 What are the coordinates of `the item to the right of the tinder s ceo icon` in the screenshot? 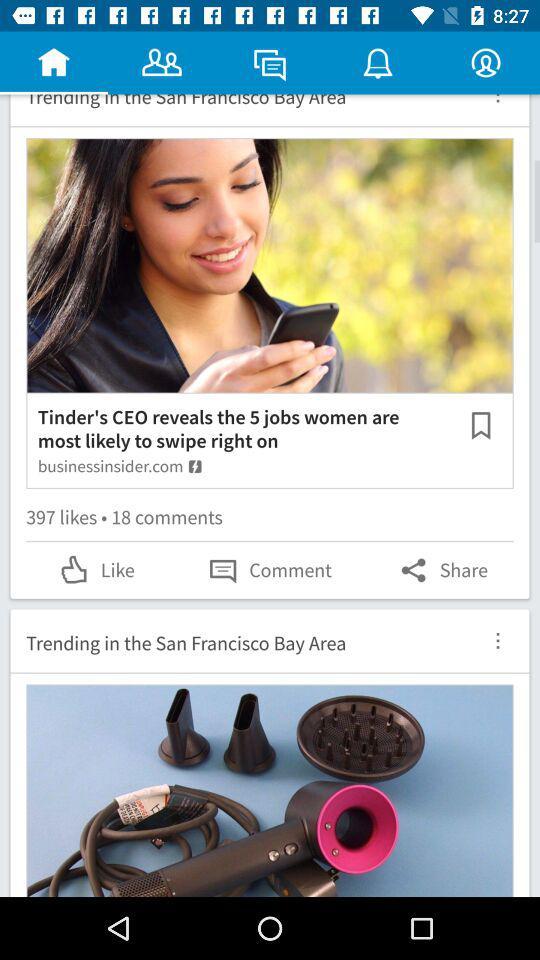 It's located at (480, 425).